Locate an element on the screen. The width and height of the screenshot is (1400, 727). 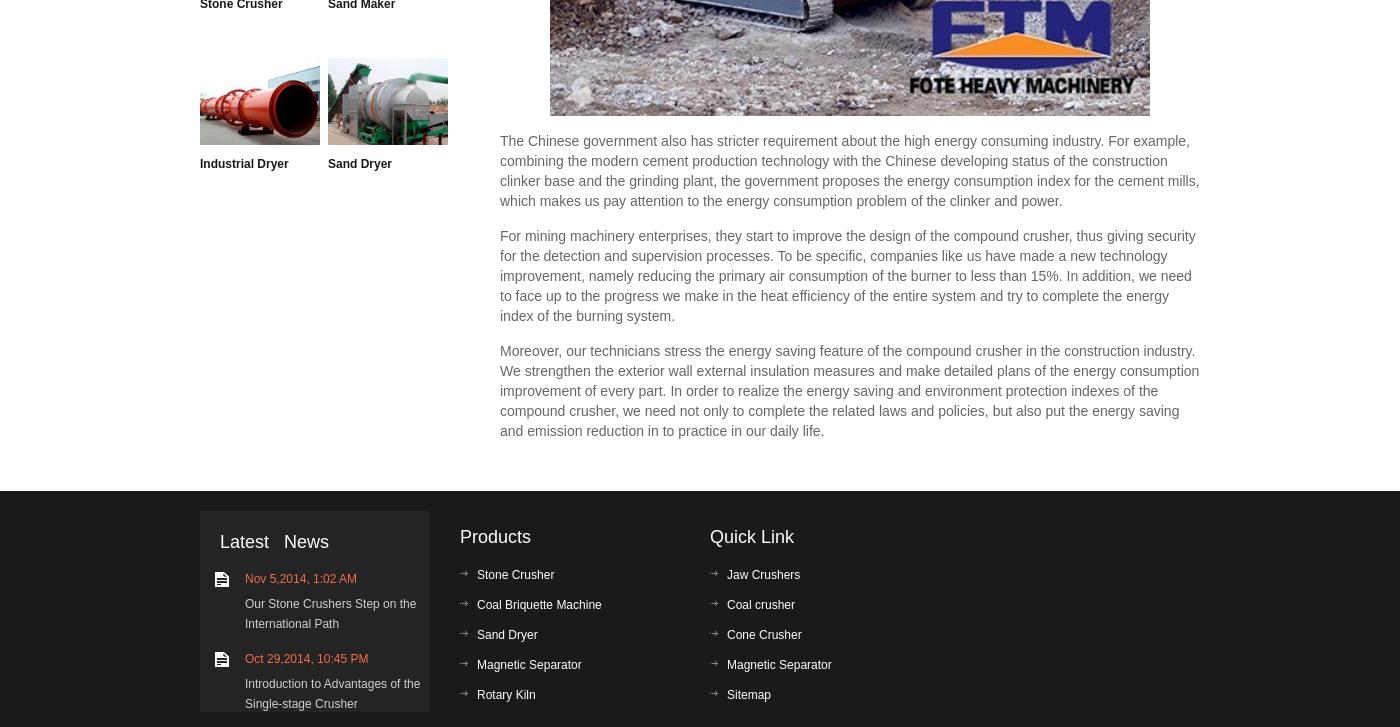
'The Chinese government also has stricter requirement about the high energy consuming industry. For example, combining the modern cement production technology with the Chinese developing status of the construction clinker base and the grinding plant, the government proposes the energy consumption index for the cement mills, which makes us pay attention to the energy consumption problem of the clinker and power.' is located at coordinates (499, 170).